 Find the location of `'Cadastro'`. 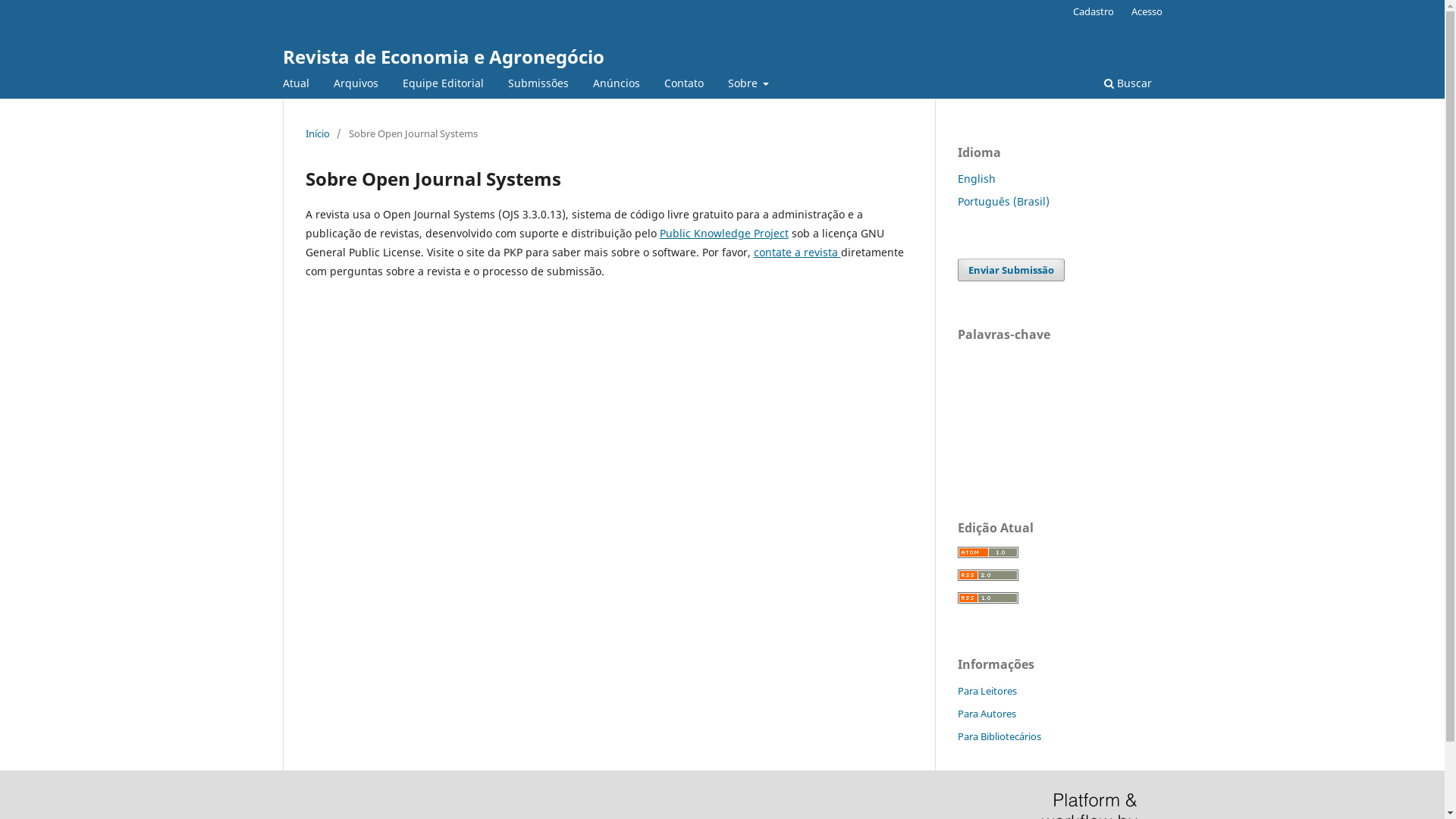

'Cadastro' is located at coordinates (1093, 11).